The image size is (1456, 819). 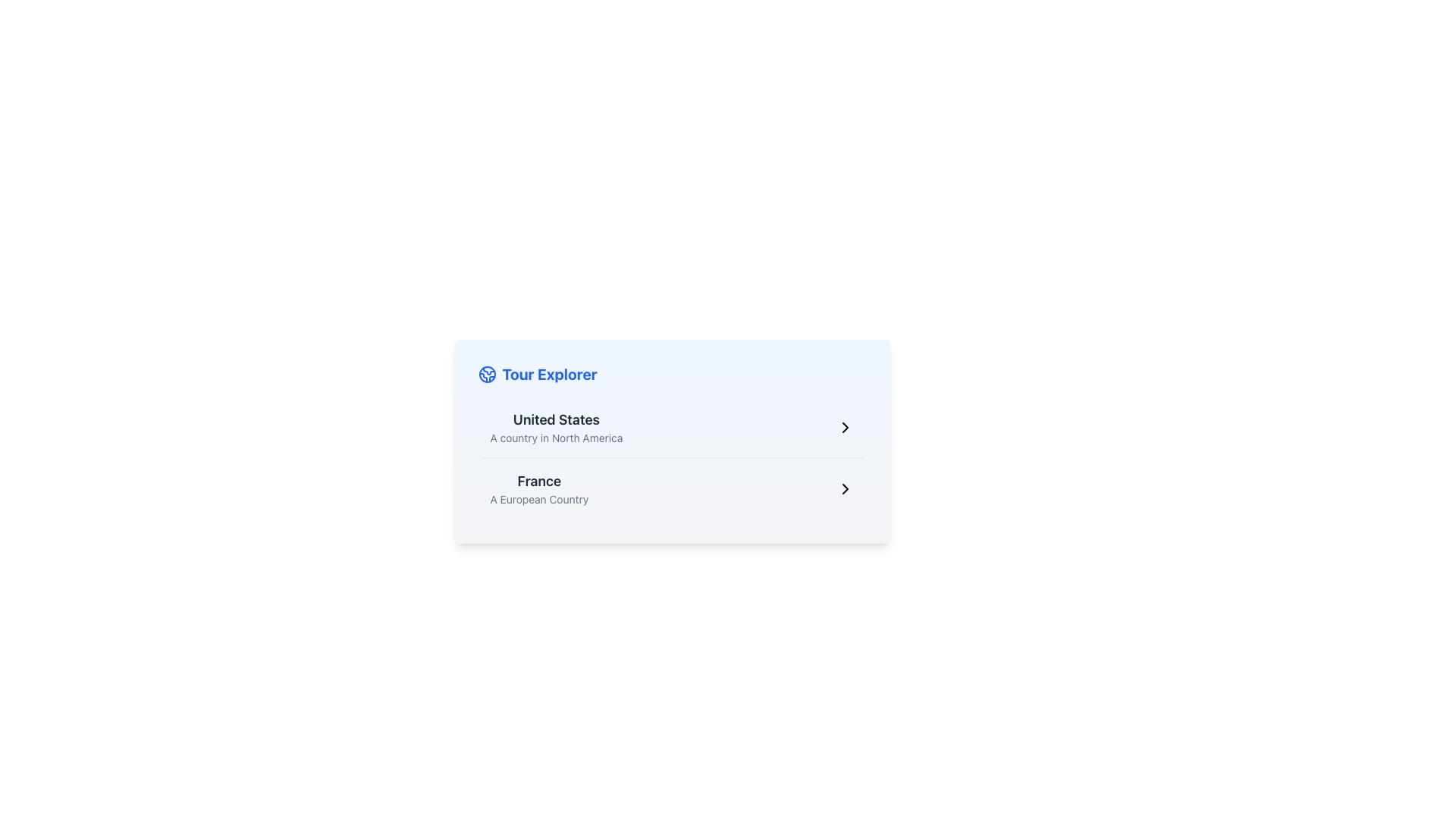 What do you see at coordinates (844, 427) in the screenshot?
I see `the Chevron icon at the right end of the navigation item labeled 'France'` at bounding box center [844, 427].